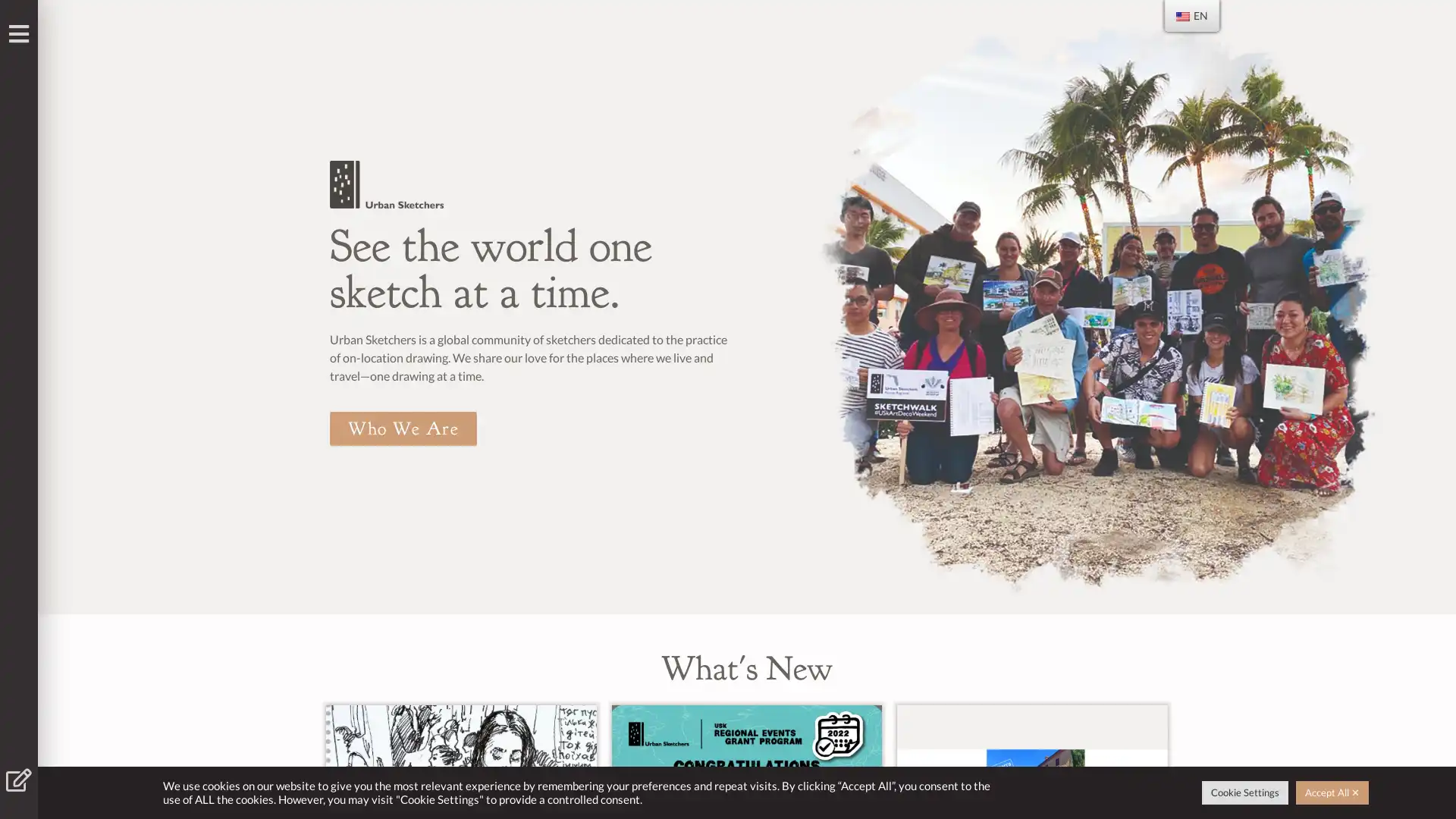  Describe the element at coordinates (403, 428) in the screenshot. I see `Who We Are` at that location.